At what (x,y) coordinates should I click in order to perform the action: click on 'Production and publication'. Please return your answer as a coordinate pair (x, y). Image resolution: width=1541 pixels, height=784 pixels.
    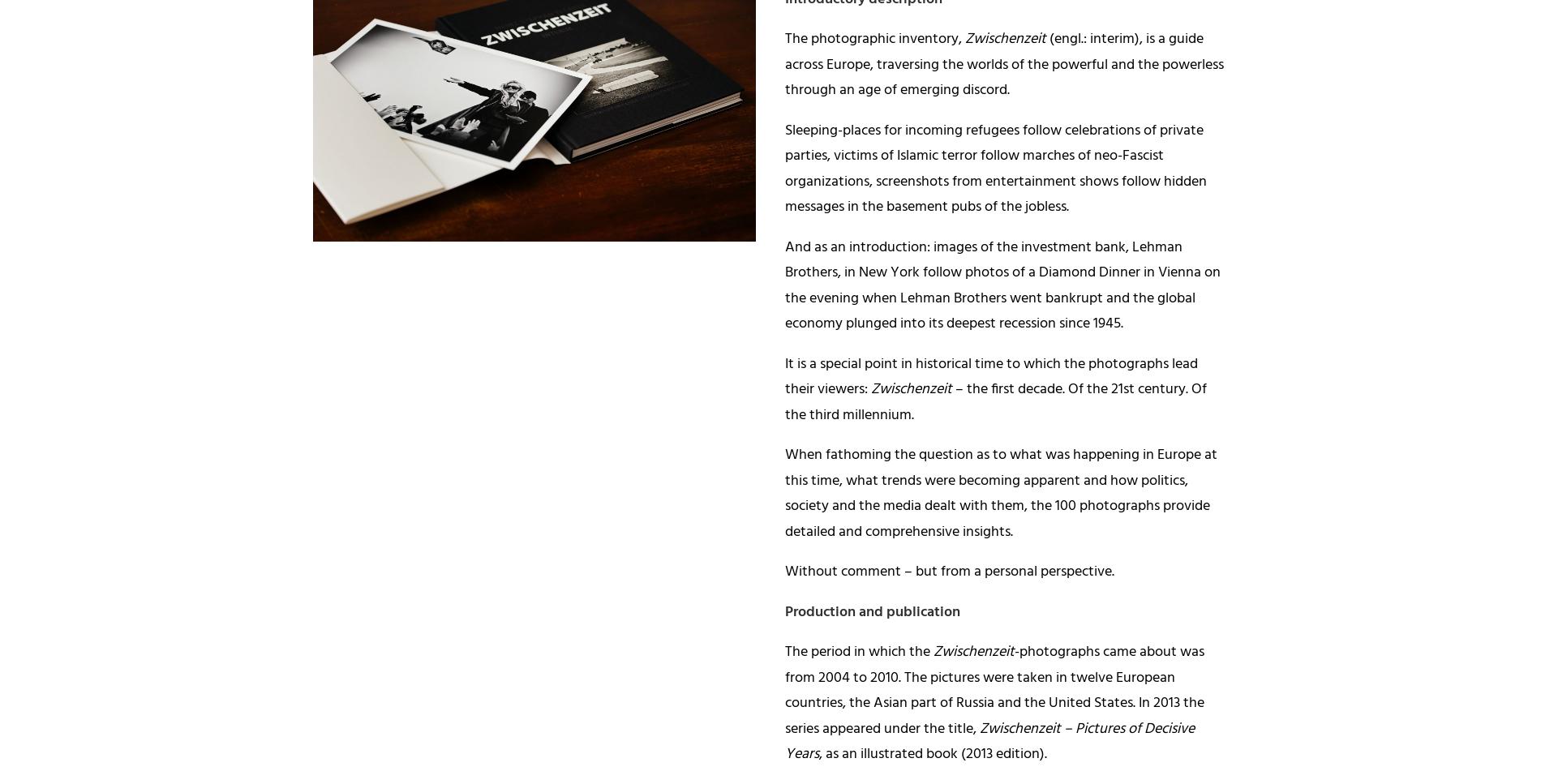
    Looking at the image, I should click on (872, 611).